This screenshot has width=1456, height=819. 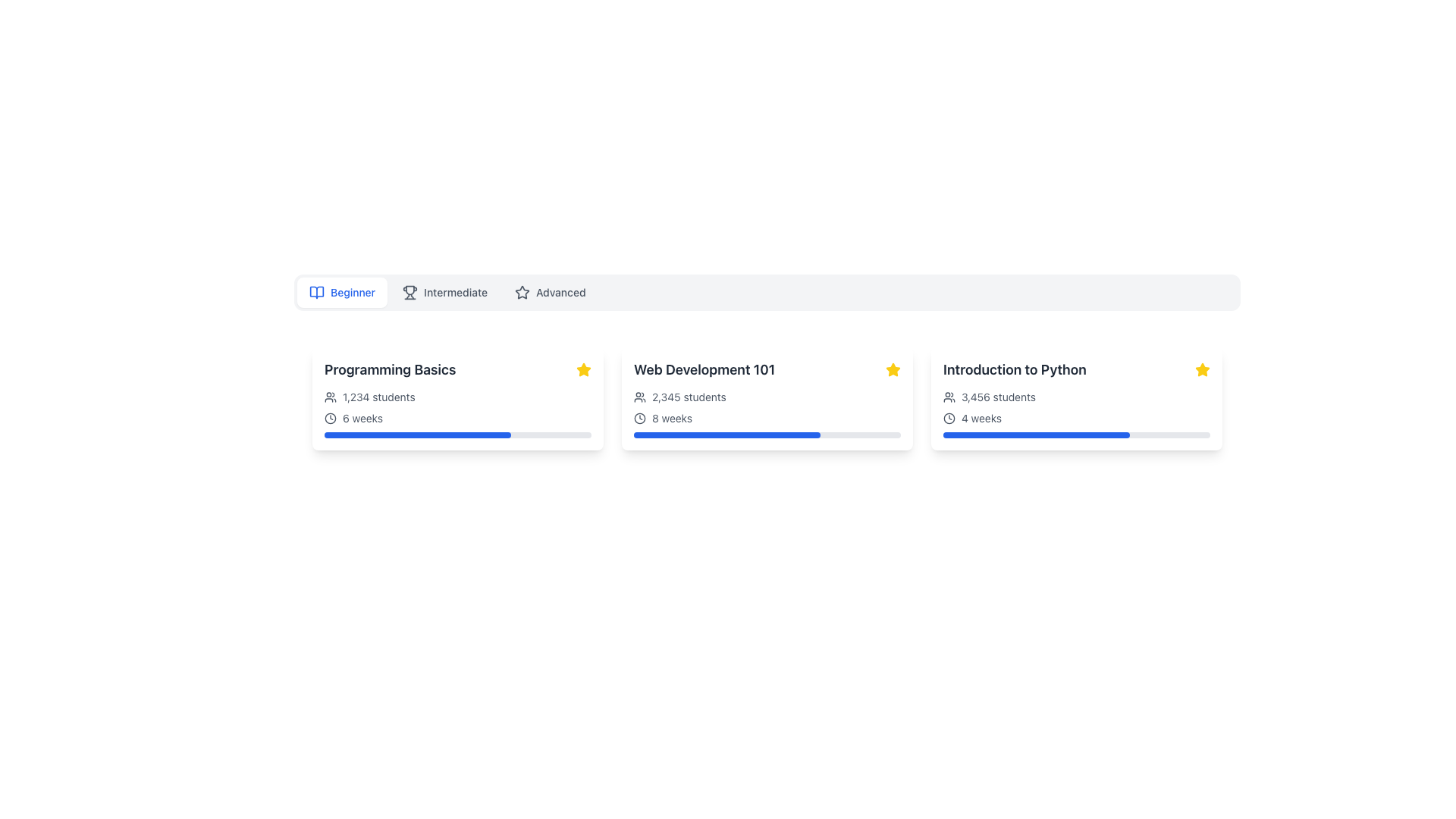 I want to click on the title text of the rightmost card, which indicates a course name or topic, located at the top of the card in a tiled layout, so click(x=1076, y=370).